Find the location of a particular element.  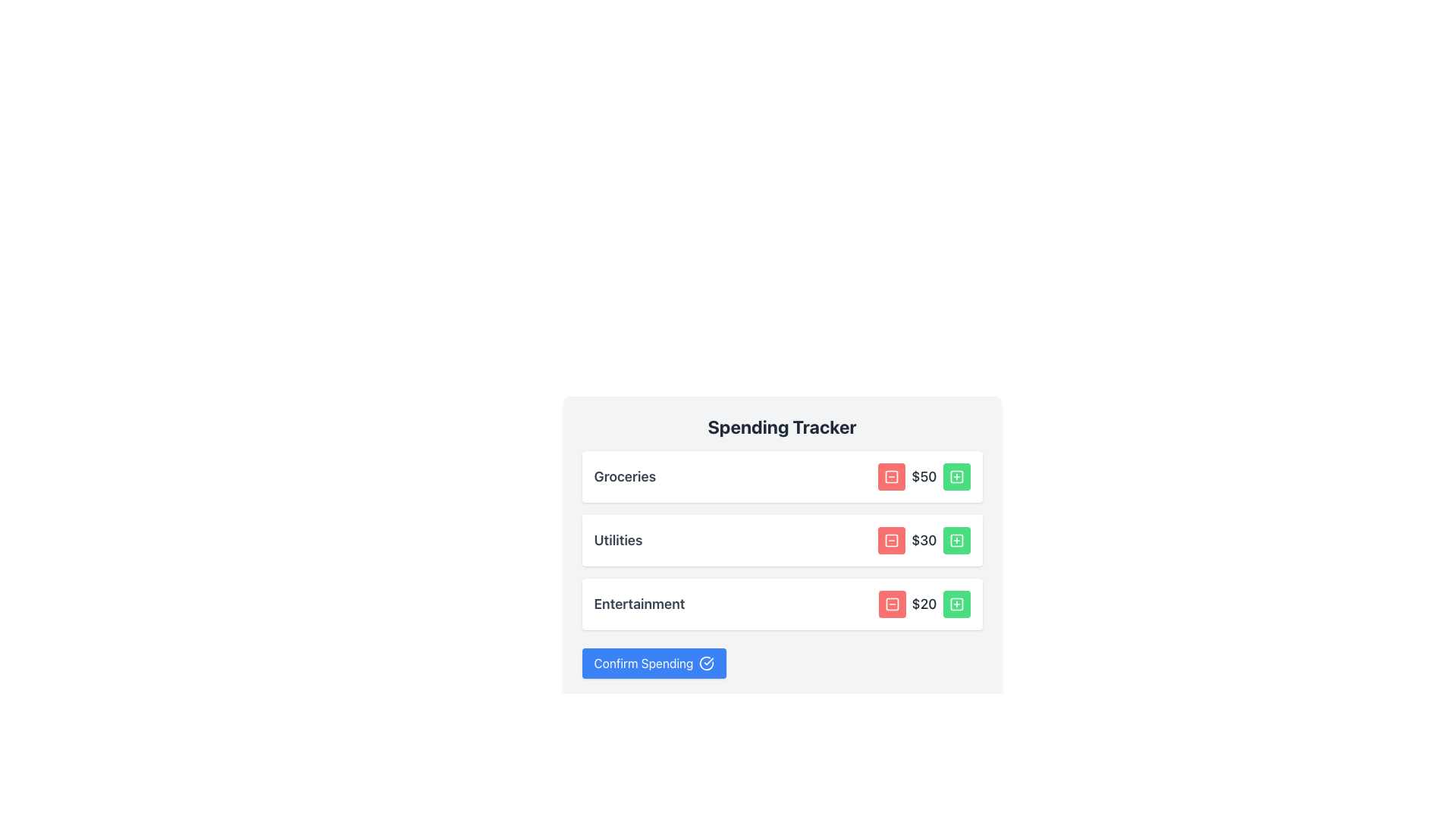

the red button with a minus sign located to the left of the '$20' text is located at coordinates (892, 604).